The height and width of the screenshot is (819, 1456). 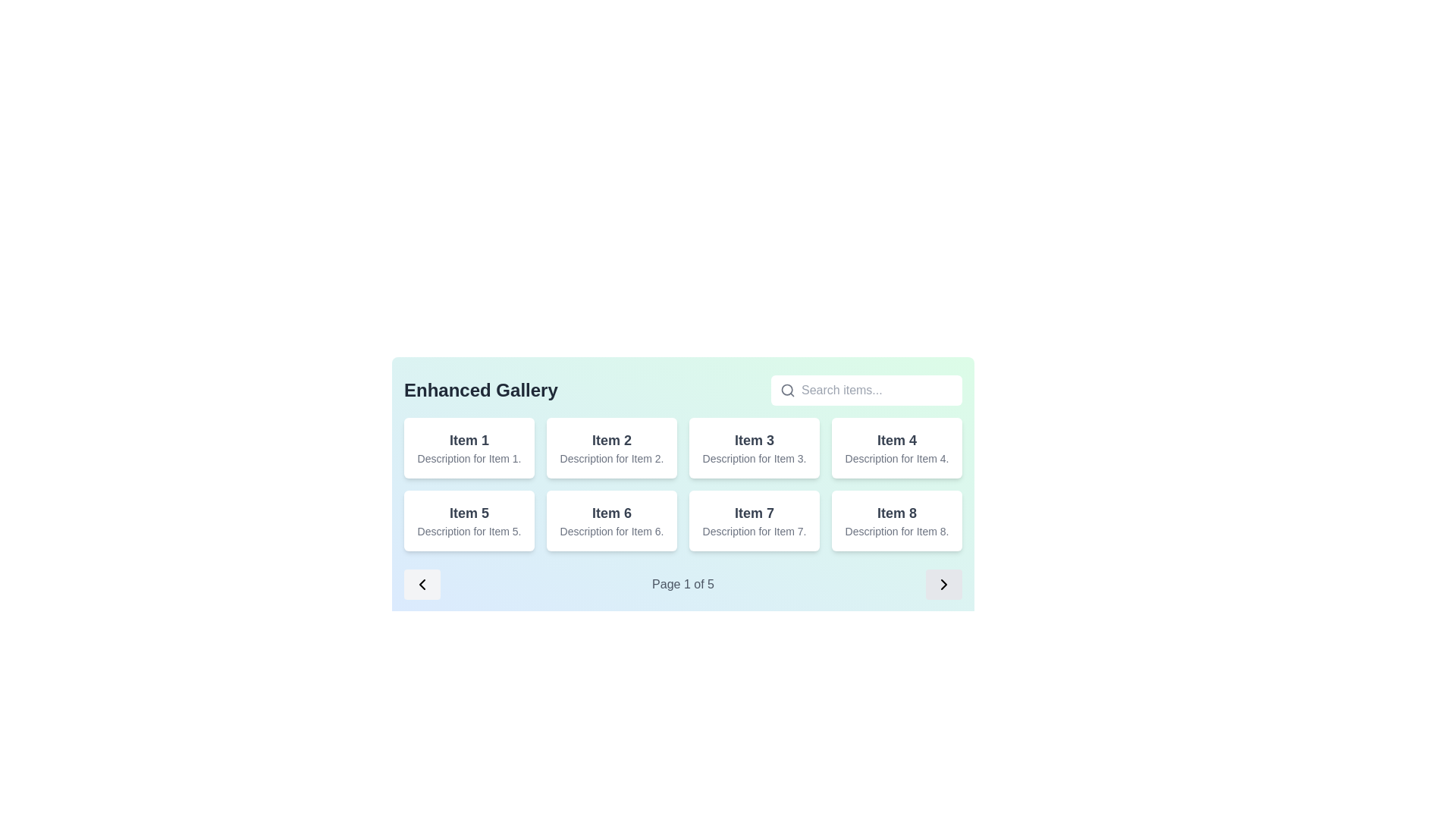 What do you see at coordinates (682, 584) in the screenshot?
I see `the Text label that provides information about the current page and the total number of pages in the pagination control bar located at the bottom of the content display area` at bounding box center [682, 584].